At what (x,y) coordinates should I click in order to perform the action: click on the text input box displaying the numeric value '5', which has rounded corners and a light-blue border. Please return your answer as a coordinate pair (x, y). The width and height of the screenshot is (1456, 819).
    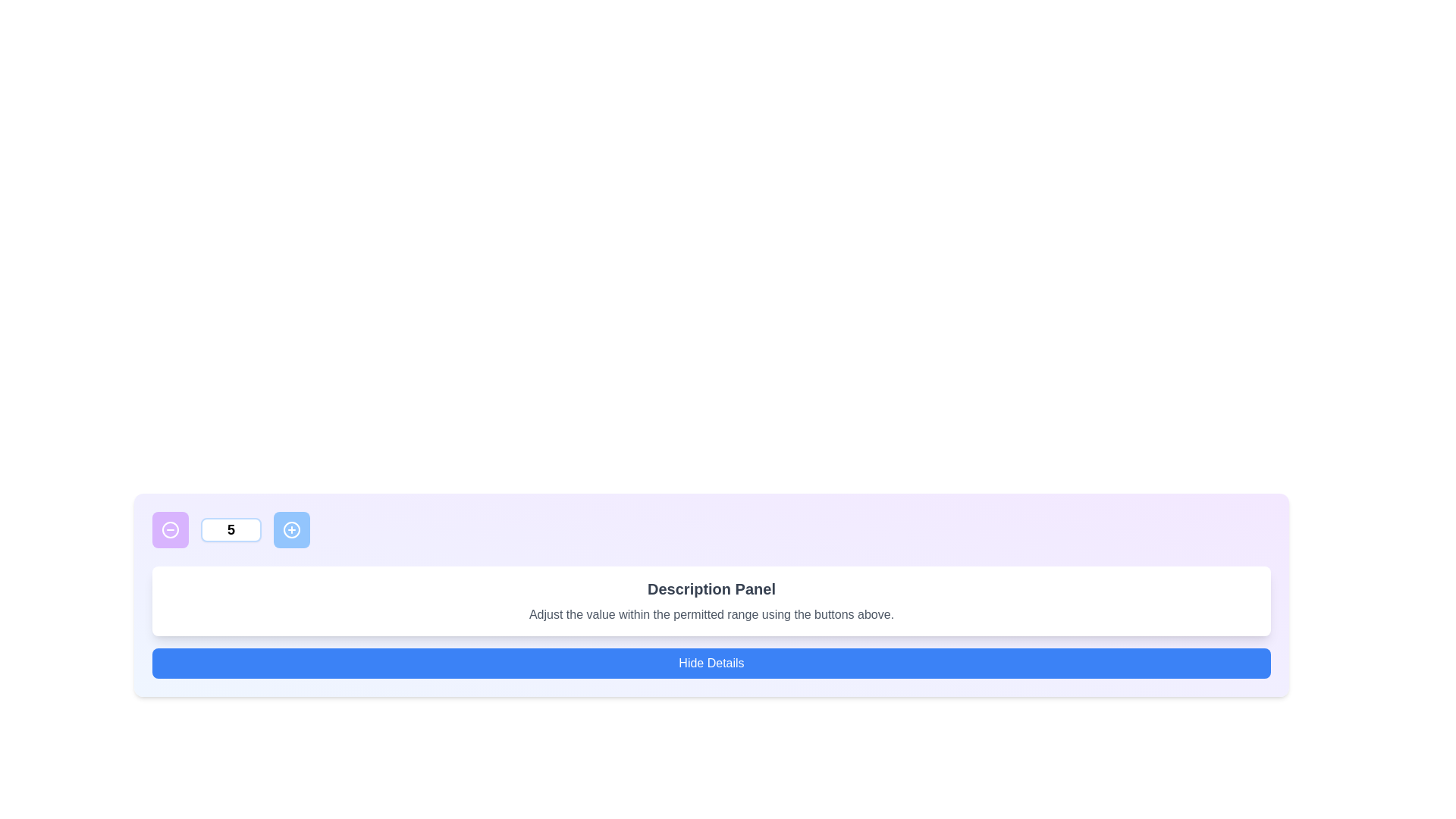
    Looking at the image, I should click on (231, 529).